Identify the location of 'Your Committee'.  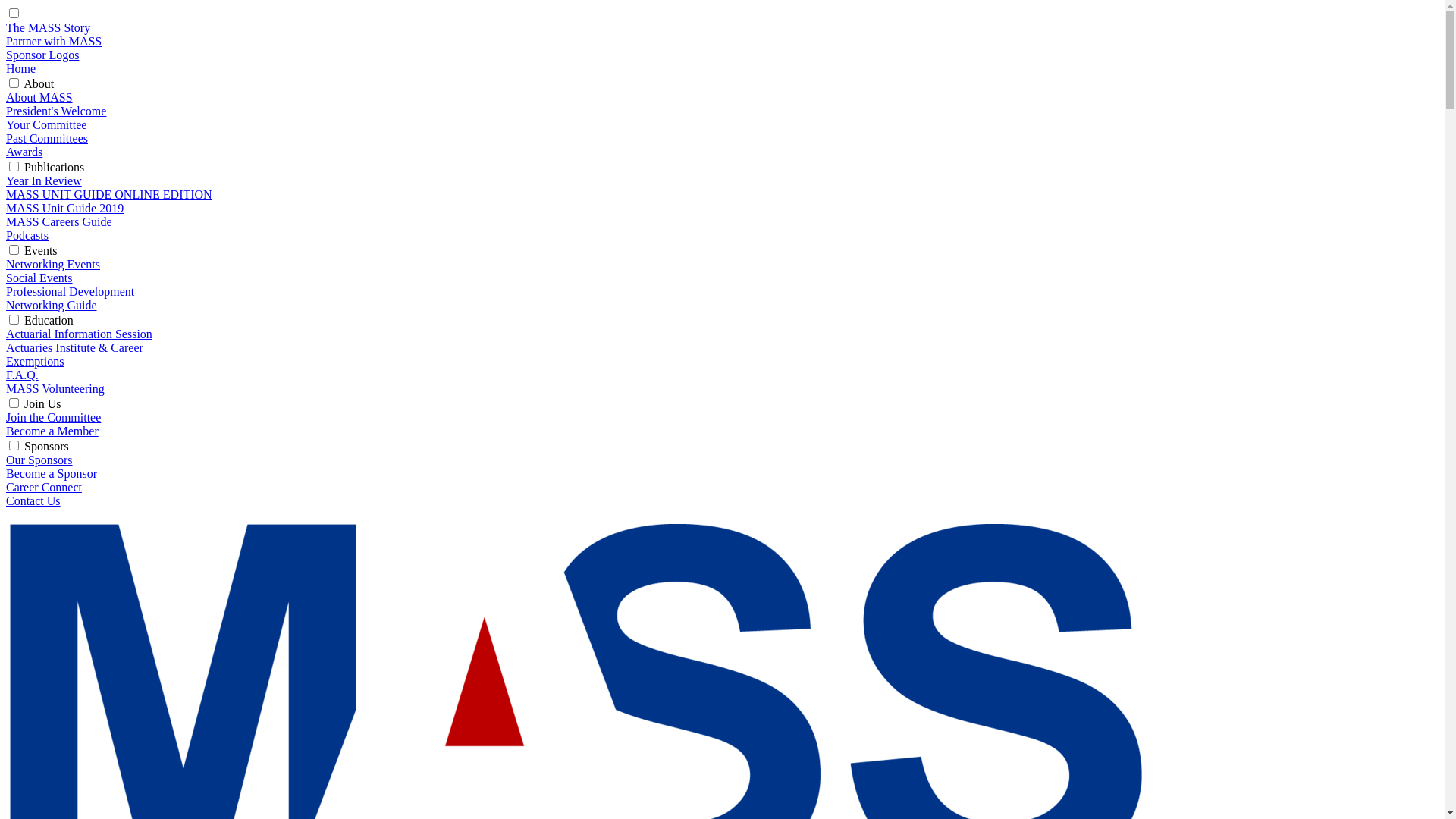
(46, 124).